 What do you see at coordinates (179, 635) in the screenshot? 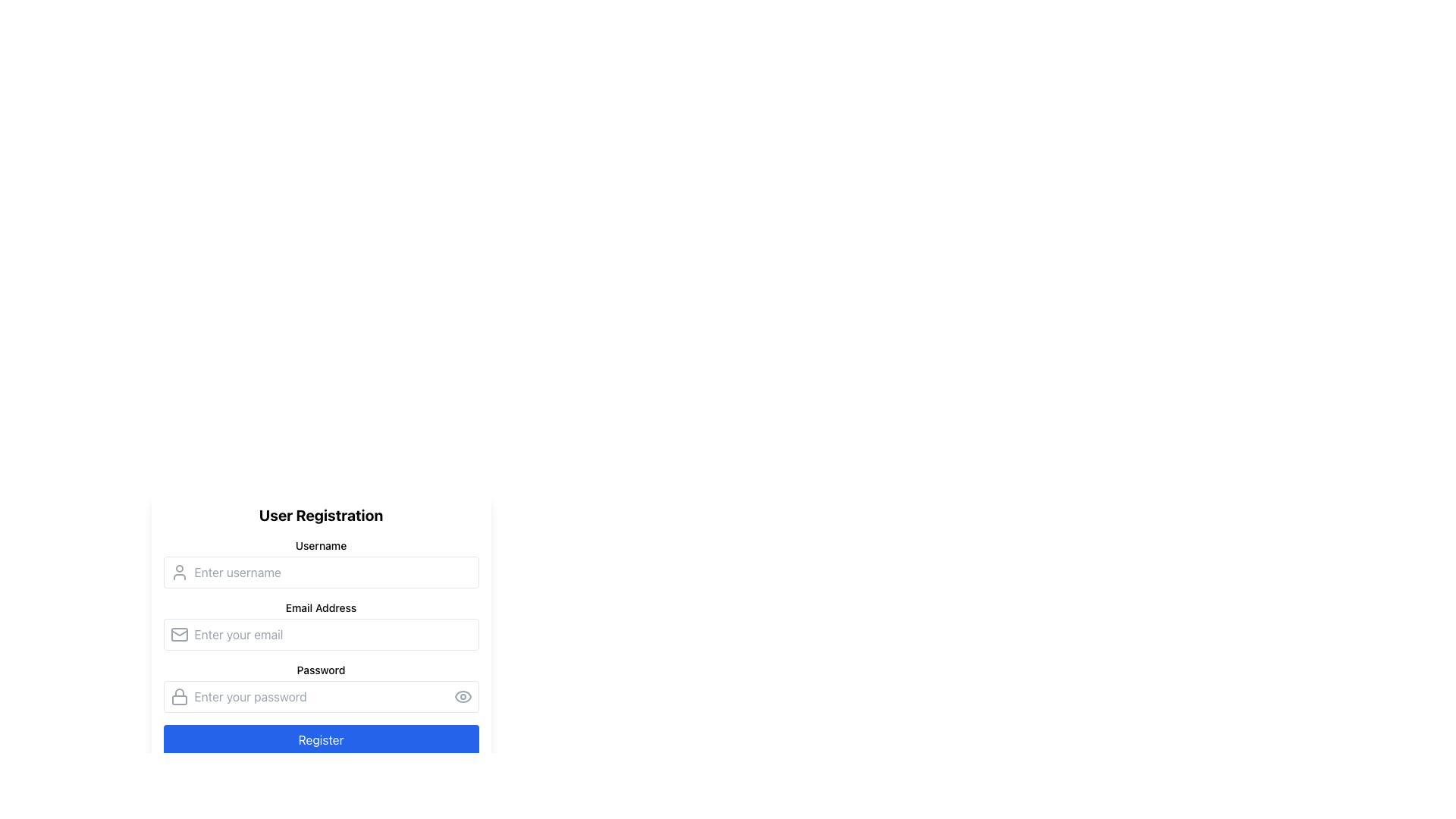
I see `the envelope icon located on the left side of the 'Enter your email' input field` at bounding box center [179, 635].